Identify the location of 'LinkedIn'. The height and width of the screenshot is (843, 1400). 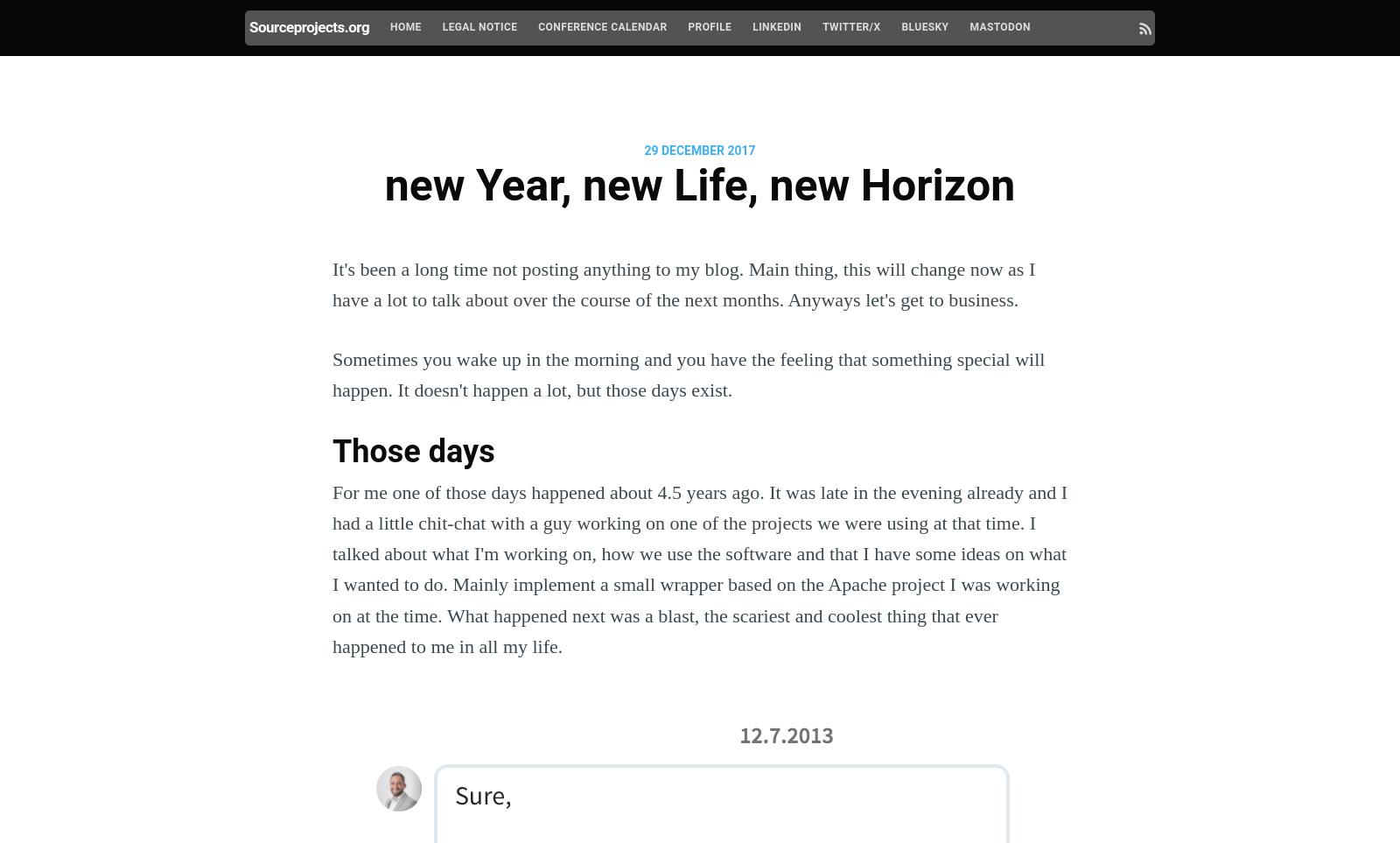
(752, 26).